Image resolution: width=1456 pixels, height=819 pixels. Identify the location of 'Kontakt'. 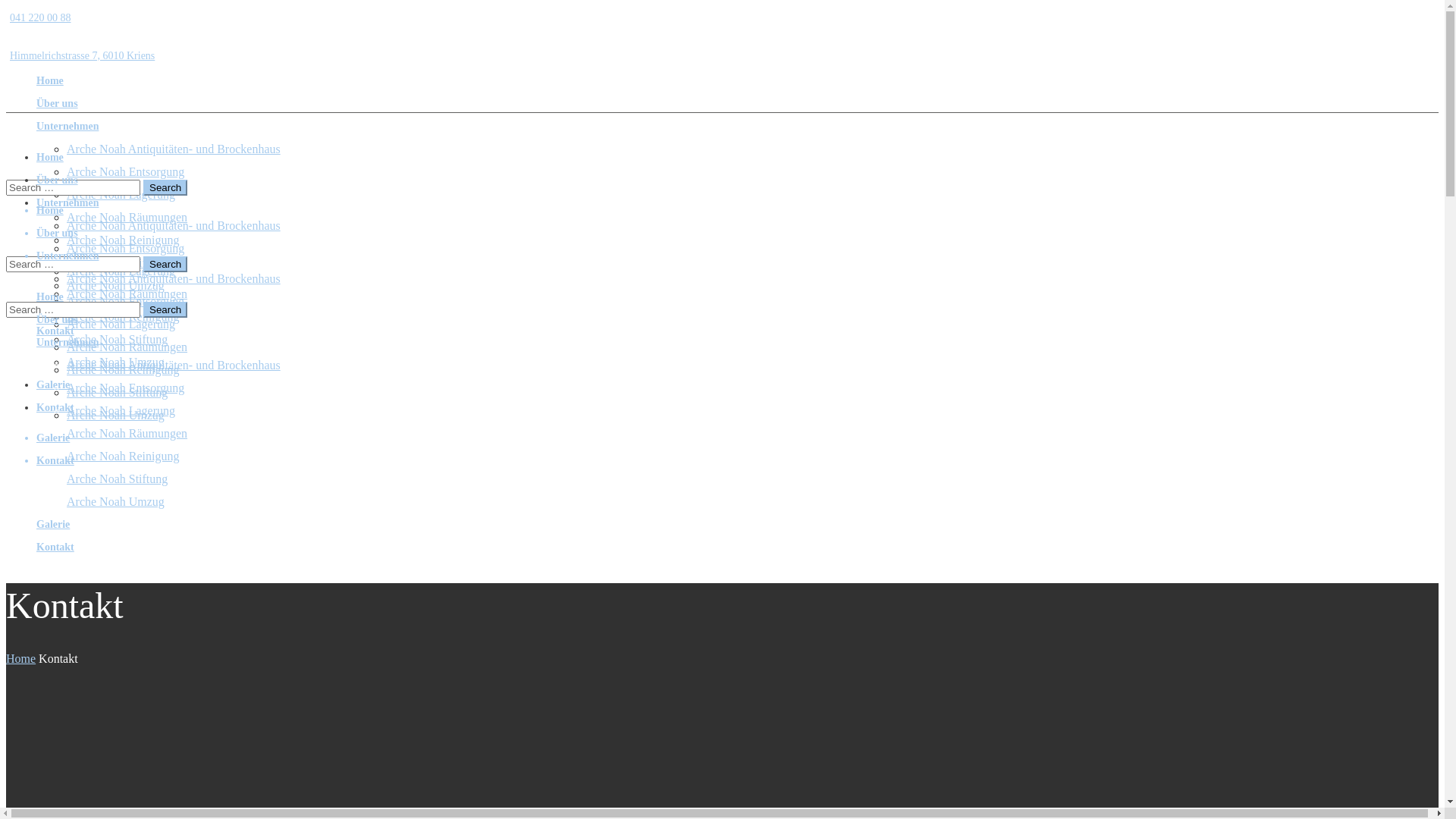
(55, 330).